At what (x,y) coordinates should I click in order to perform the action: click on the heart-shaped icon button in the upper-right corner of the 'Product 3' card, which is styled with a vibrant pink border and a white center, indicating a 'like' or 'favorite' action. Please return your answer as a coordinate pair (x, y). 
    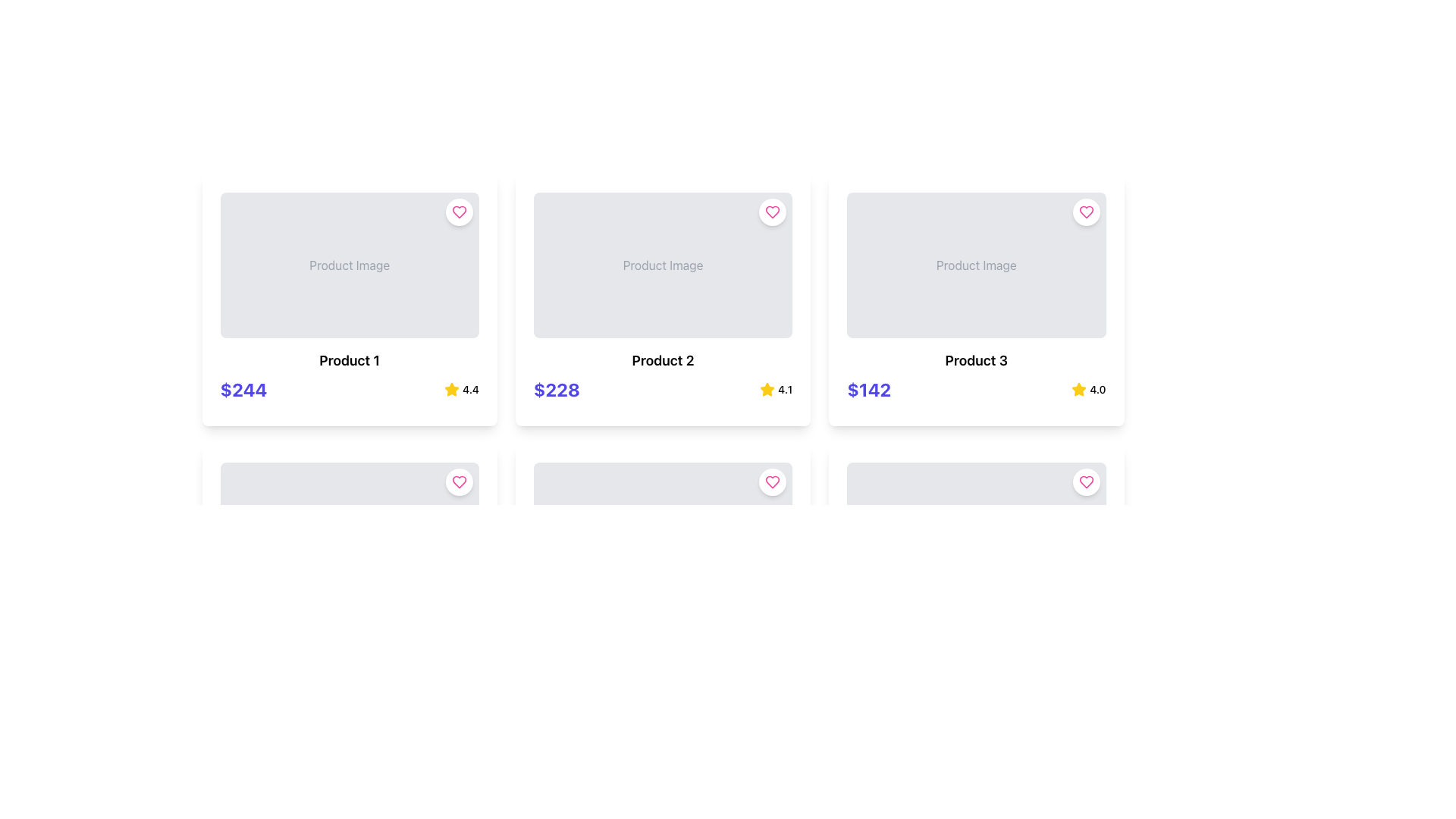
    Looking at the image, I should click on (1085, 482).